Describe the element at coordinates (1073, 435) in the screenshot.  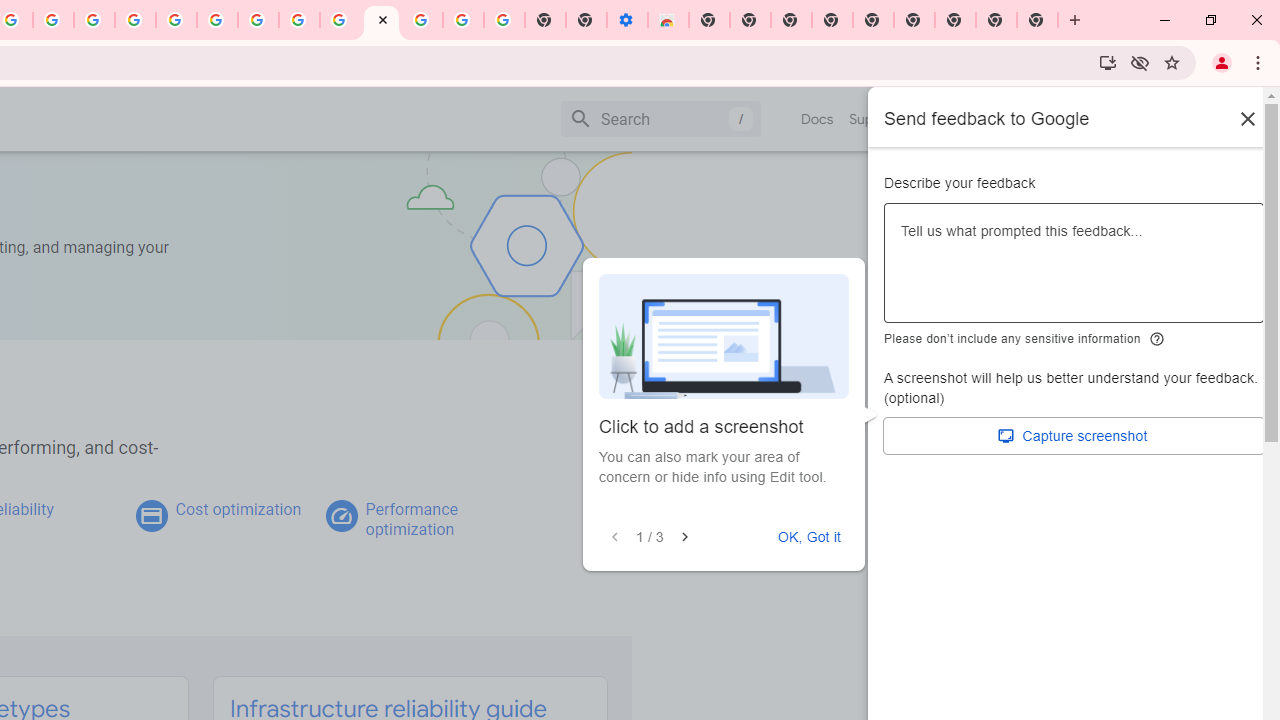
I see `'Capture screenshot'` at that location.